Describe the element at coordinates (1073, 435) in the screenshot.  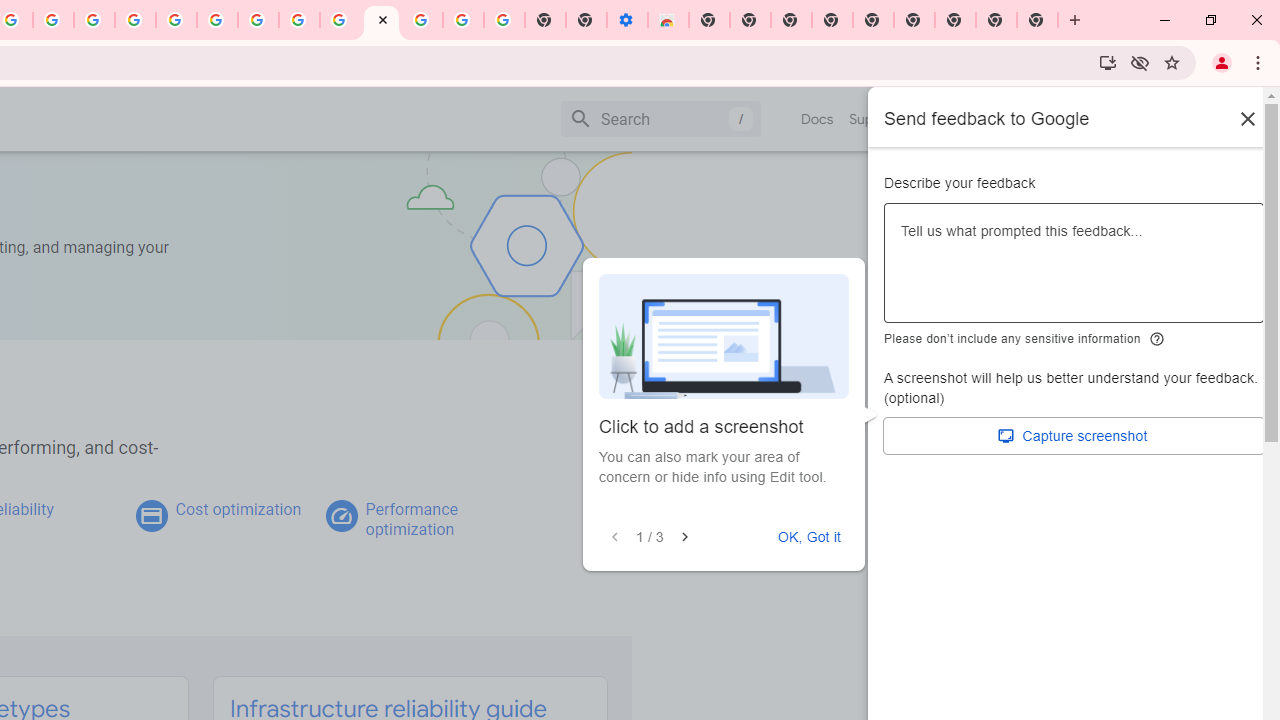
I see `'Capture screenshot'` at that location.